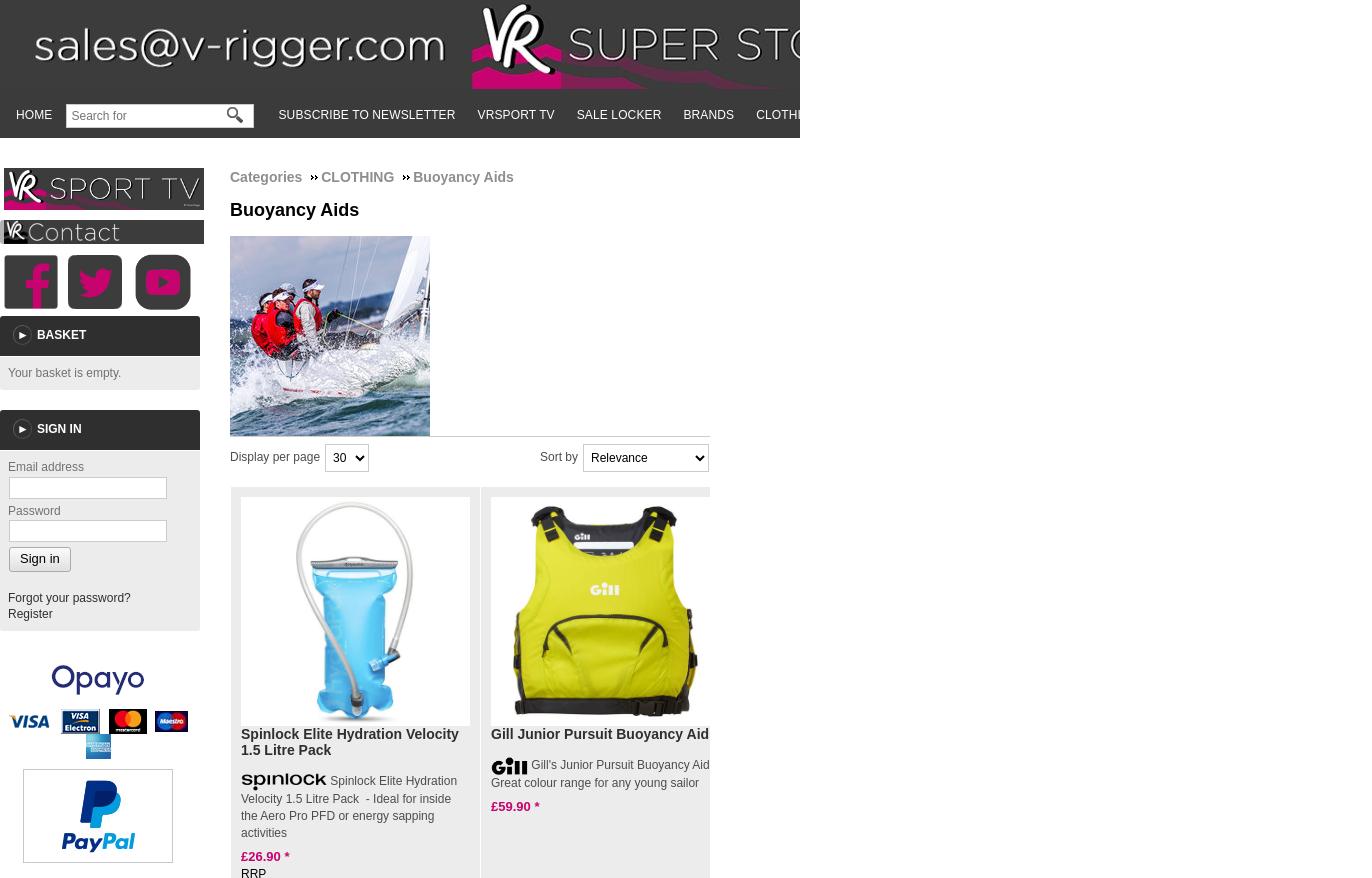 This screenshot has height=878, width=1372. I want to click on 'SUP', so click(1143, 112).